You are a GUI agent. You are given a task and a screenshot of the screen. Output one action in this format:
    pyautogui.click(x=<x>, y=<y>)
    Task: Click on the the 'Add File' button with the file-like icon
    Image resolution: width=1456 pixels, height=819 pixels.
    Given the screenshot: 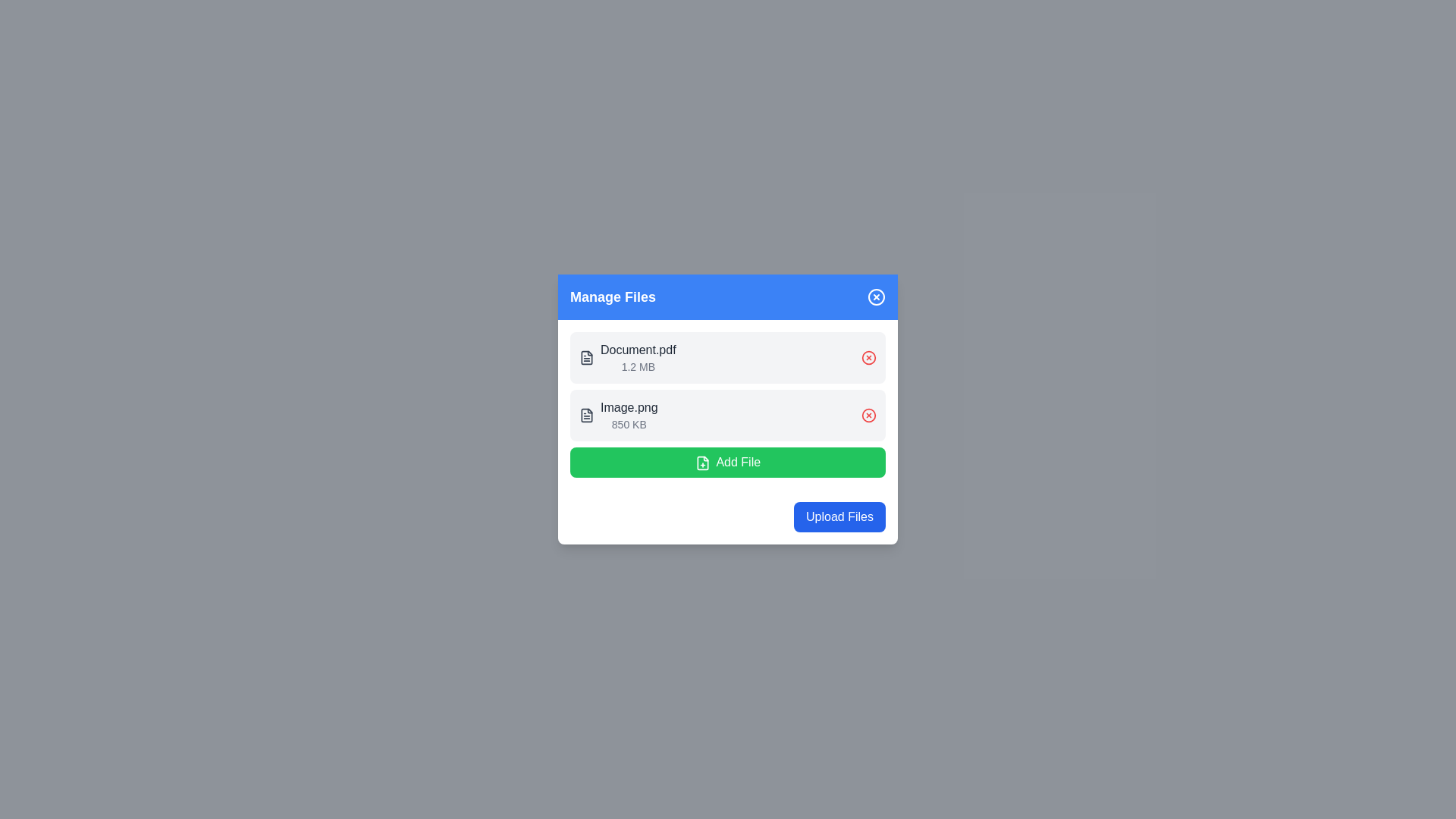 What is the action you would take?
    pyautogui.click(x=701, y=462)
    